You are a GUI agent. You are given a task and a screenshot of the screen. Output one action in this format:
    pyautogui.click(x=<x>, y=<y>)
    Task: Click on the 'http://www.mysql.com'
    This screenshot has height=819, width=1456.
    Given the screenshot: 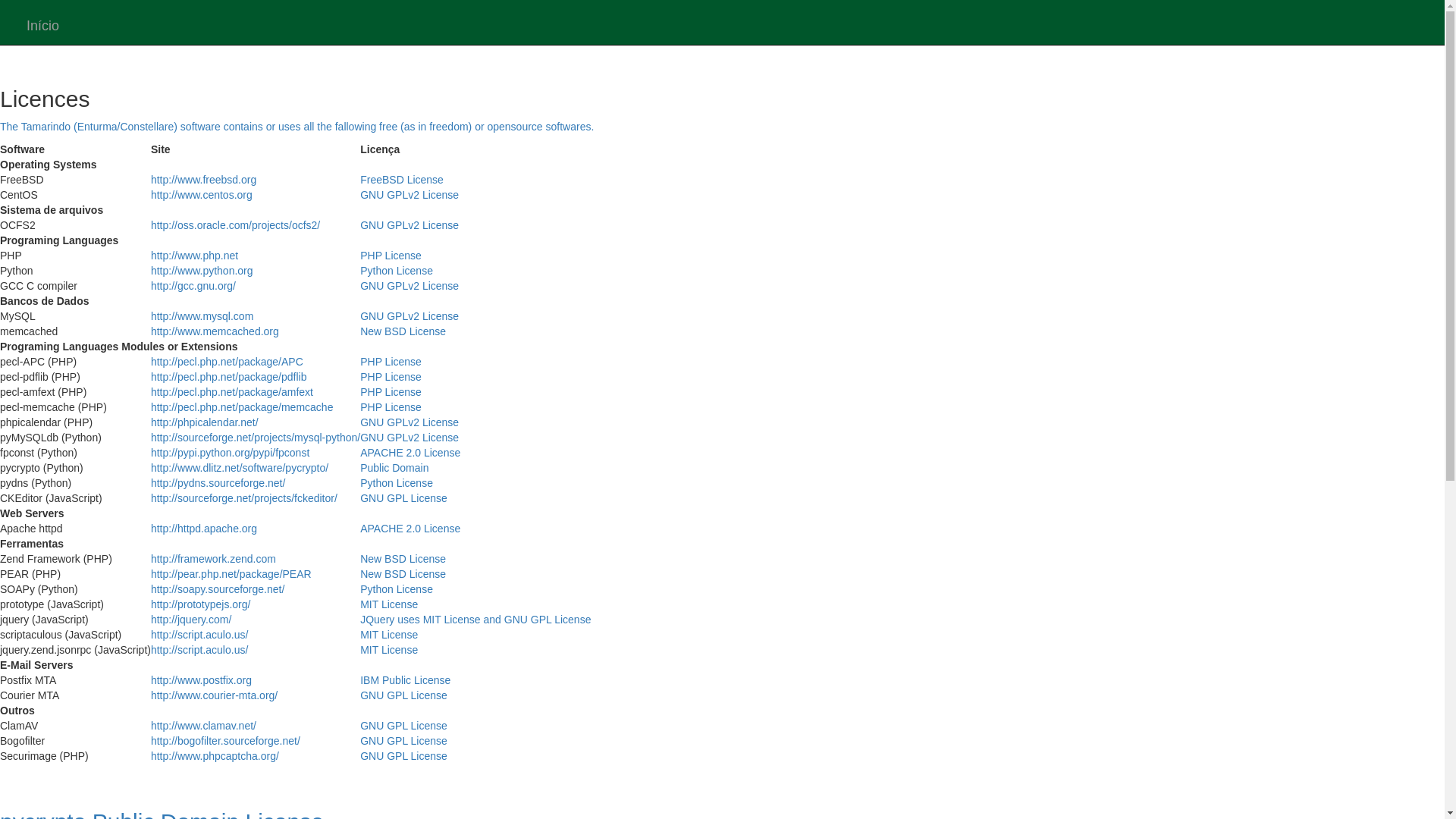 What is the action you would take?
    pyautogui.click(x=201, y=315)
    